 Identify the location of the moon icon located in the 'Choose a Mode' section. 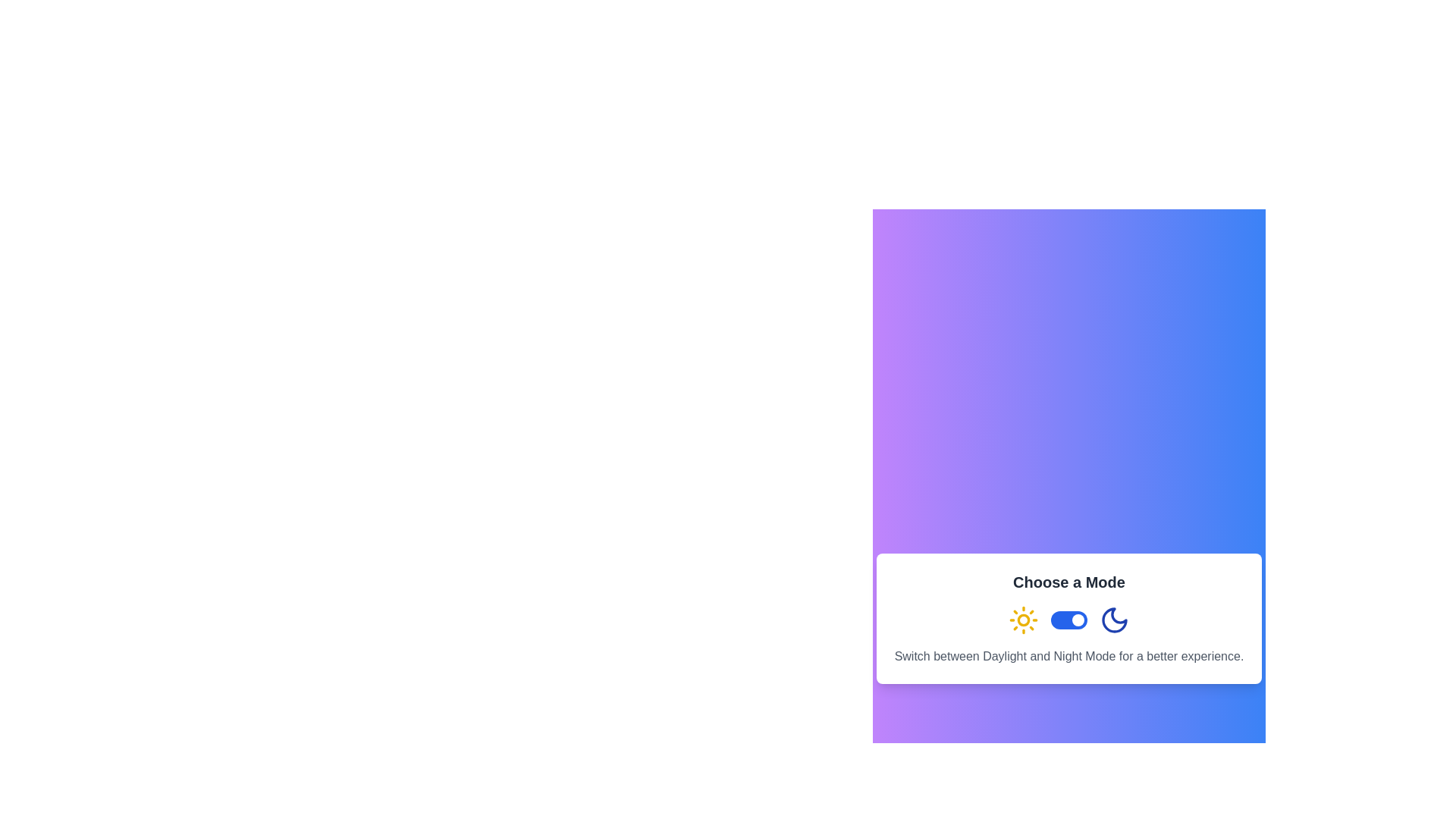
(1114, 620).